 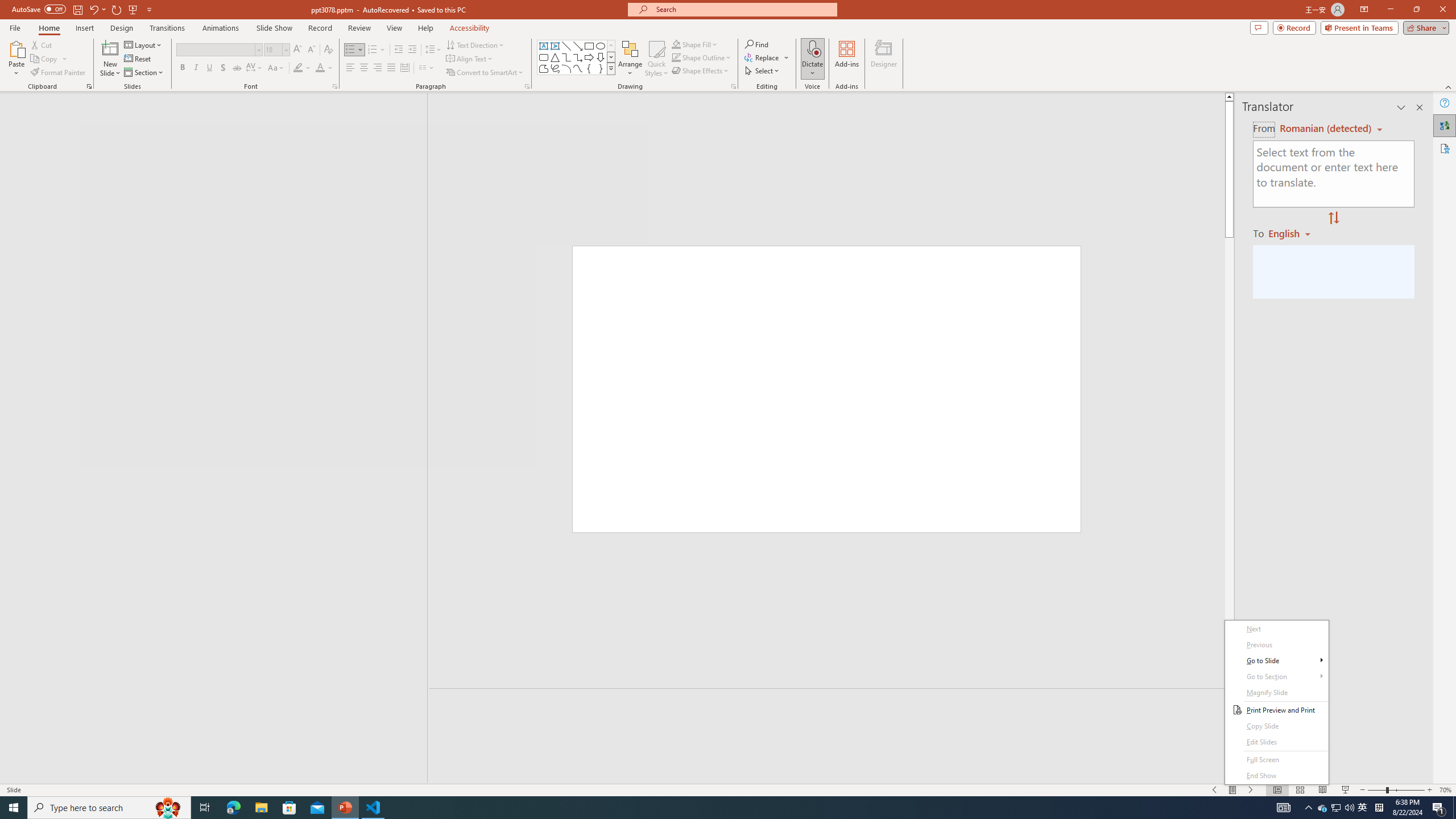 I want to click on 'Copy Slide', so click(x=1277, y=726).